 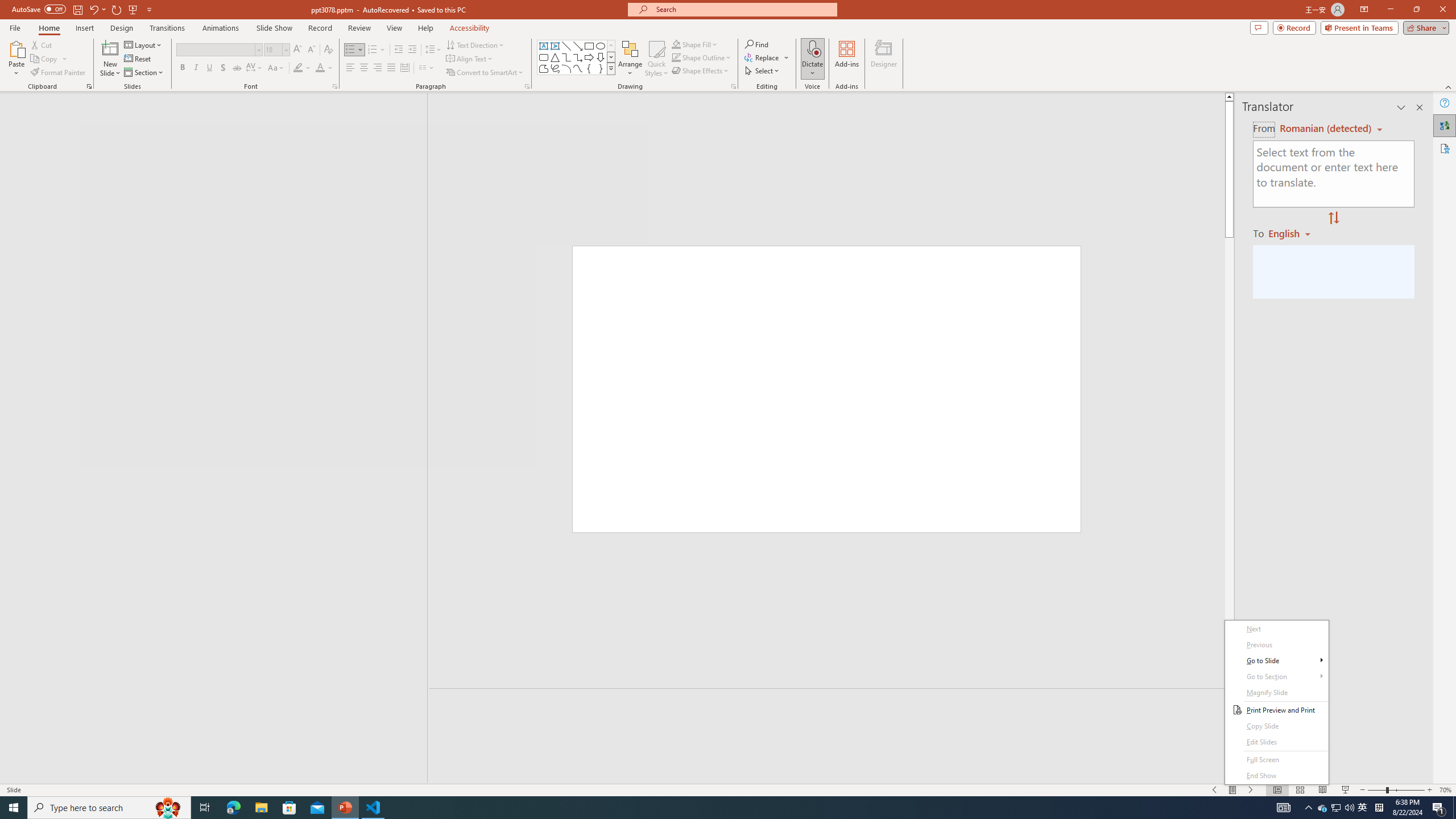 I want to click on 'Copy Slide', so click(x=1277, y=726).